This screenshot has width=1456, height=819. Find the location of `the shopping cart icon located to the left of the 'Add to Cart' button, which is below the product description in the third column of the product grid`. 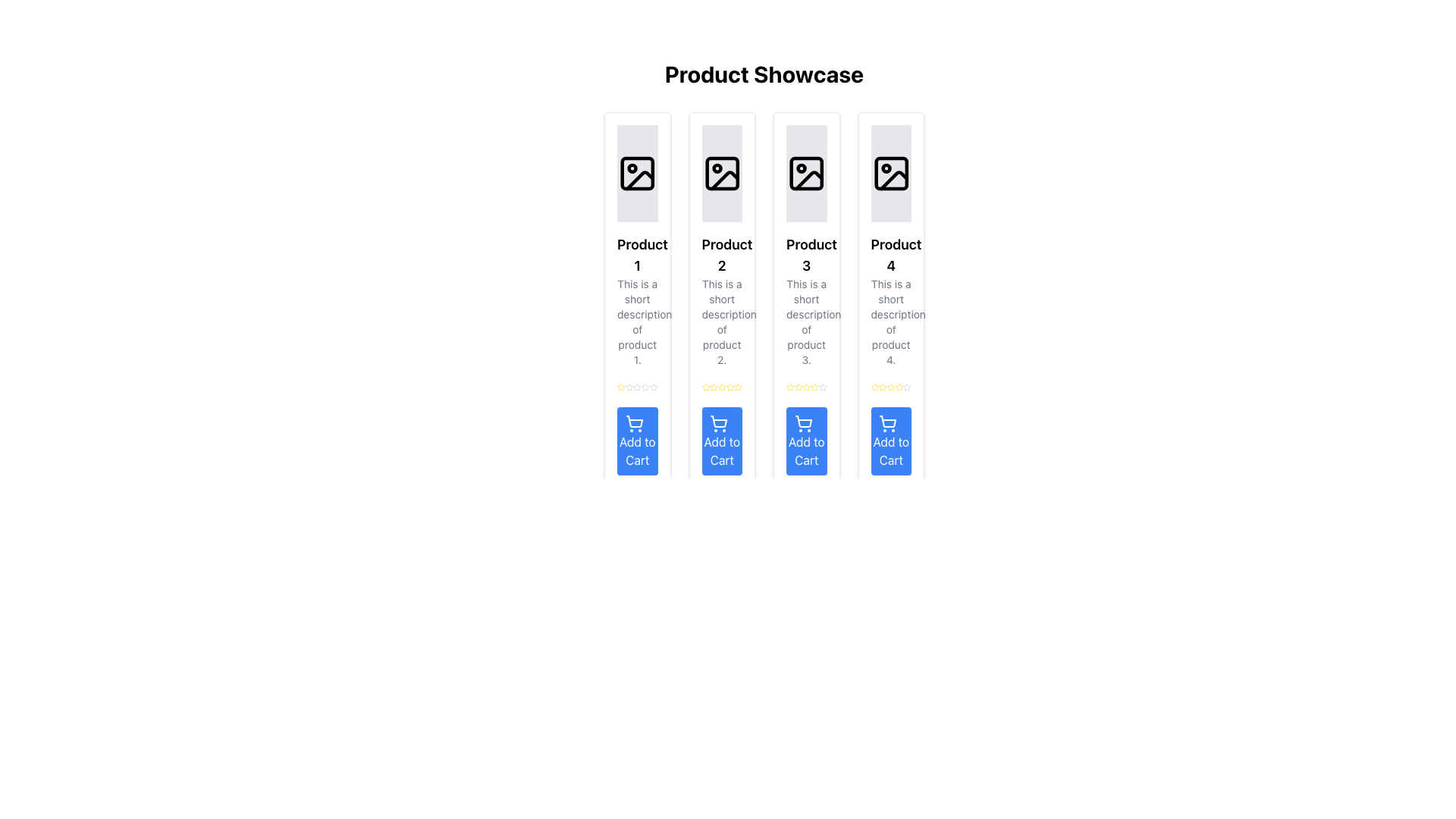

the shopping cart icon located to the left of the 'Add to Cart' button, which is below the product description in the third column of the product grid is located at coordinates (802, 423).